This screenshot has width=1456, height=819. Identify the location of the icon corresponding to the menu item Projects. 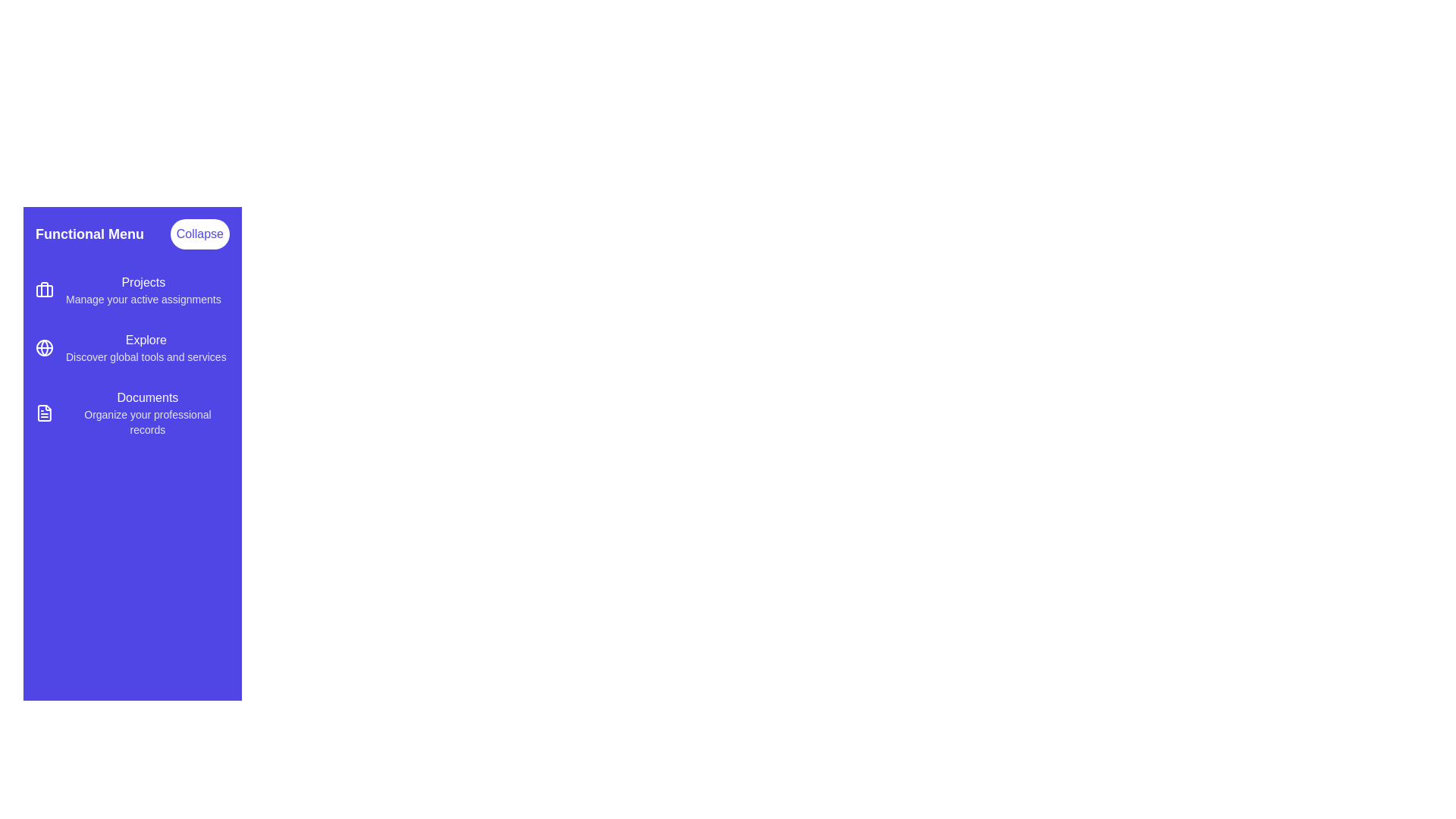
(44, 290).